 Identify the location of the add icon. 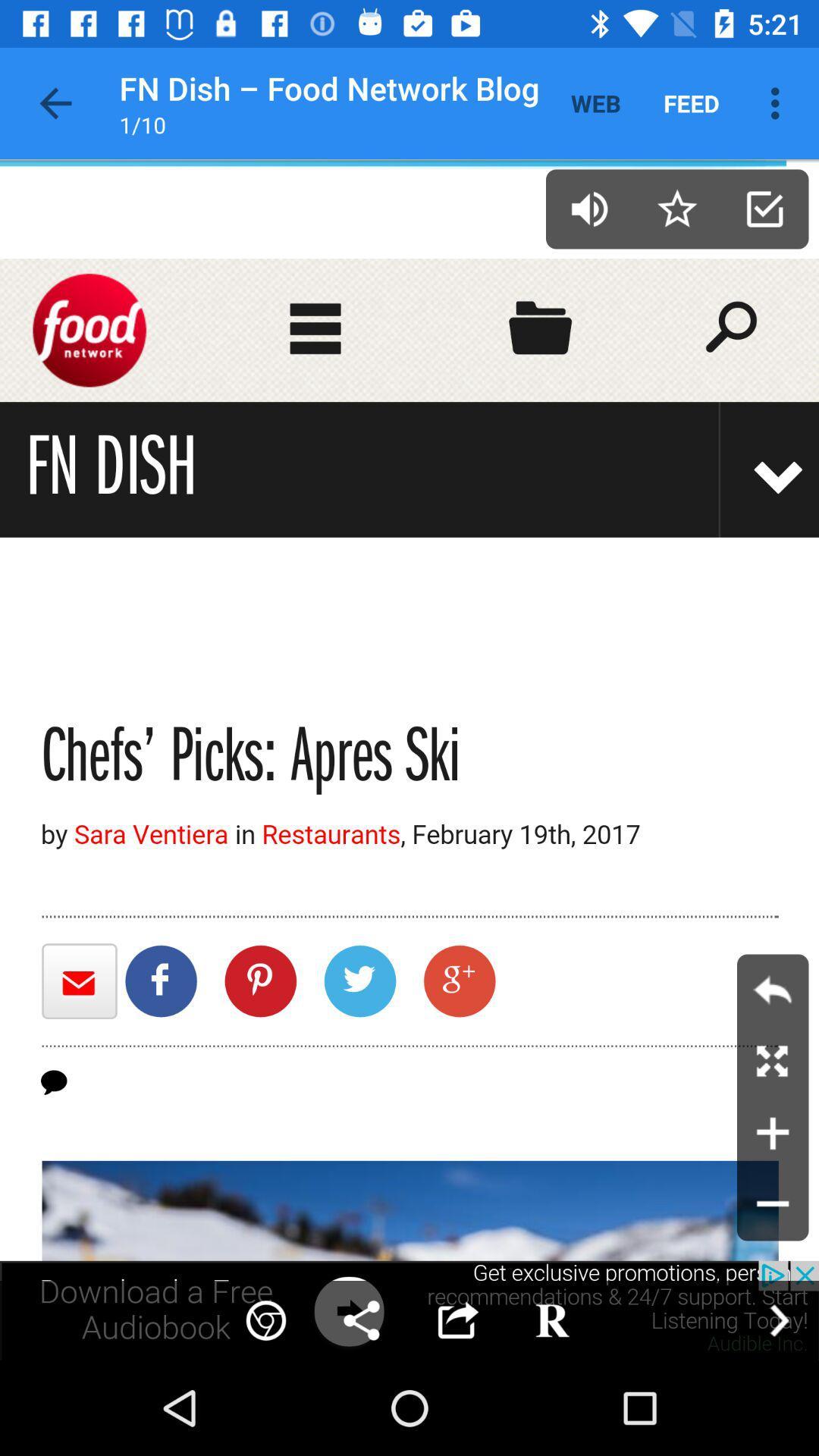
(773, 1133).